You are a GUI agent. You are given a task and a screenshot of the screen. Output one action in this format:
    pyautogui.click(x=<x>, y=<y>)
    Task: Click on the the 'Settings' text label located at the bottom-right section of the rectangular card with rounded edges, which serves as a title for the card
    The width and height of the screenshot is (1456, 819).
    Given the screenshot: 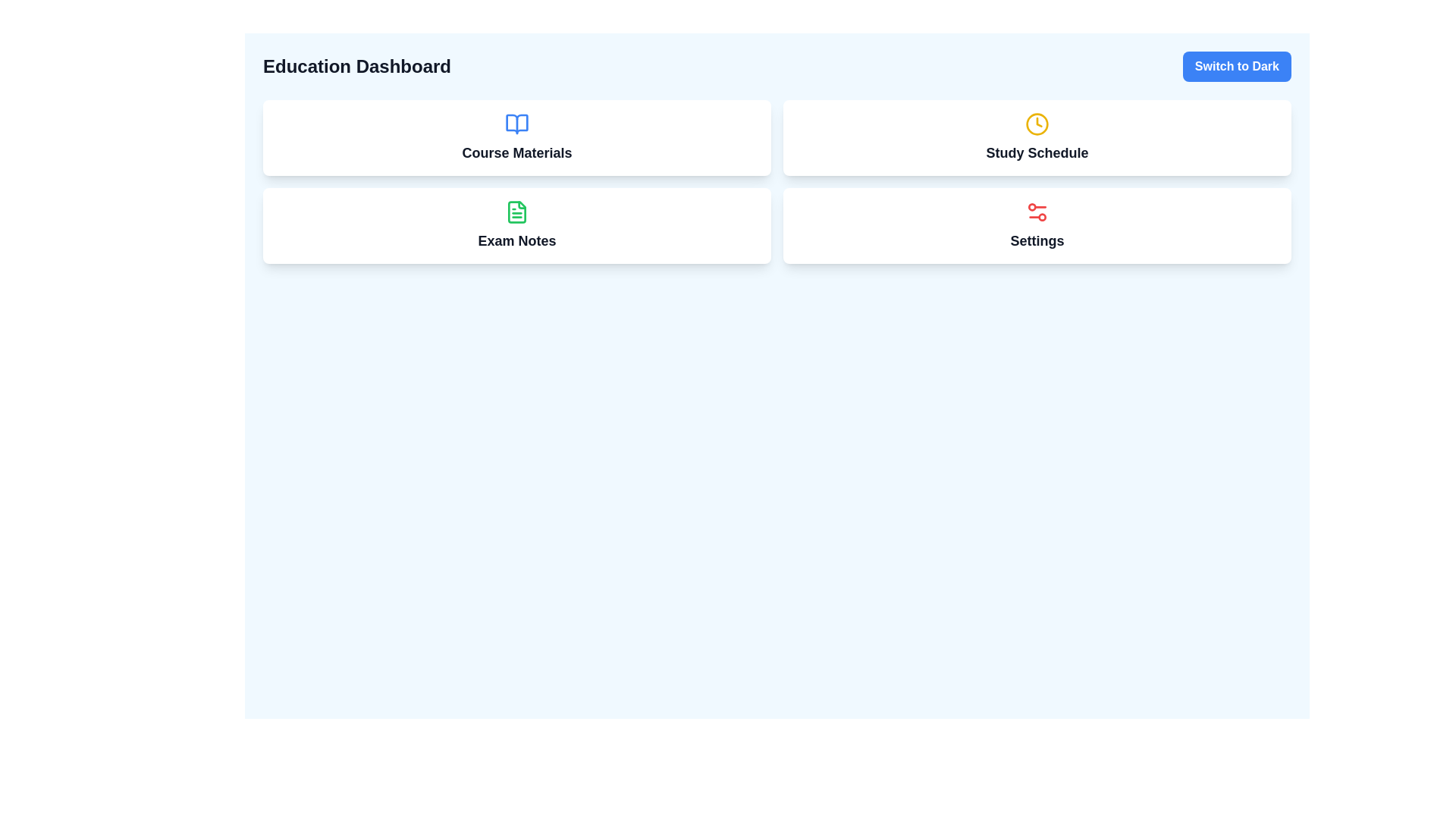 What is the action you would take?
    pyautogui.click(x=1037, y=240)
    